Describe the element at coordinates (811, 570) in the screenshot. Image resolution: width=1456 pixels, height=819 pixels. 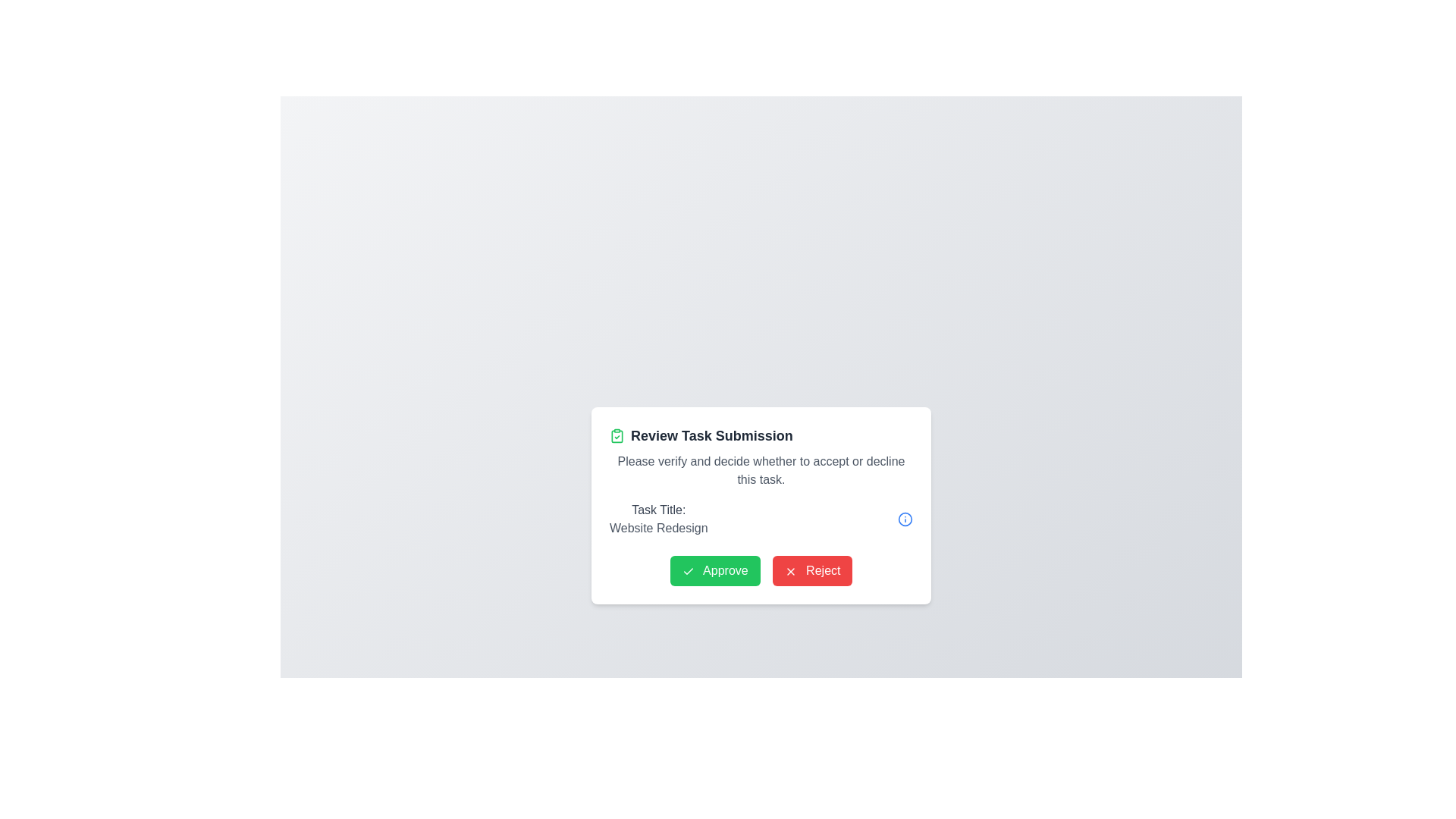
I see `the 'Reject' button, which has a red background and white text reading 'Reject', located near the bottom of the modal window, second from the left` at that location.